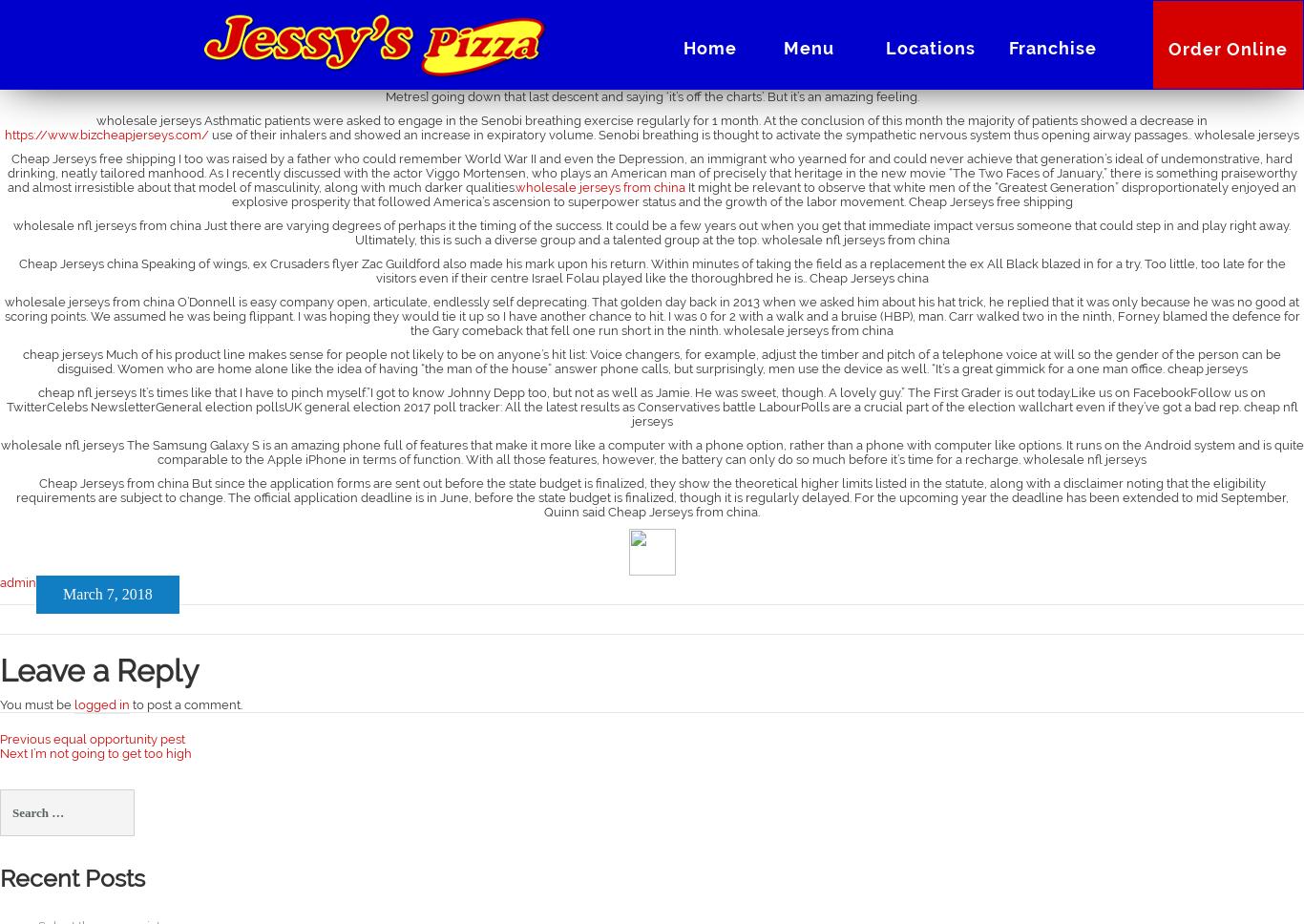 Image resolution: width=1304 pixels, height=924 pixels. What do you see at coordinates (652, 233) in the screenshot?
I see `'wholesale nfl jerseys from china Just there are varying degrees of perhaps it the timing of the success. It could be a few years out when you get that immediate impact versus someone that could step in and play right away. Ultimately, this is such a diverse group and a talented group at the top. wholesale nfl jerseys from china'` at bounding box center [652, 233].